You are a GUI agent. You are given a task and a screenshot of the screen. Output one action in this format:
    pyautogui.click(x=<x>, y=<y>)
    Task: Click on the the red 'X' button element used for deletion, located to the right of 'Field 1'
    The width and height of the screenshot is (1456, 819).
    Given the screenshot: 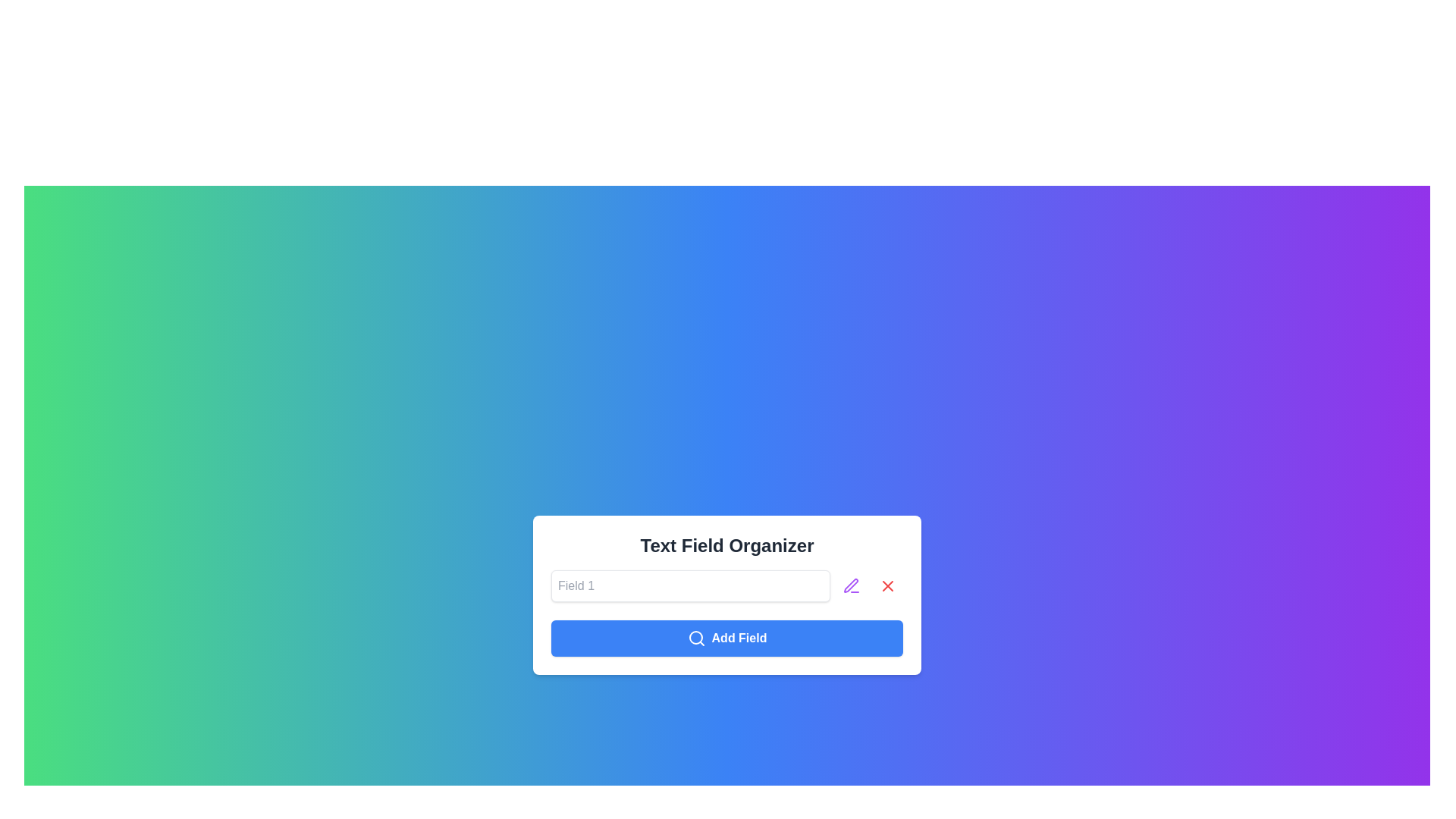 What is the action you would take?
    pyautogui.click(x=888, y=585)
    